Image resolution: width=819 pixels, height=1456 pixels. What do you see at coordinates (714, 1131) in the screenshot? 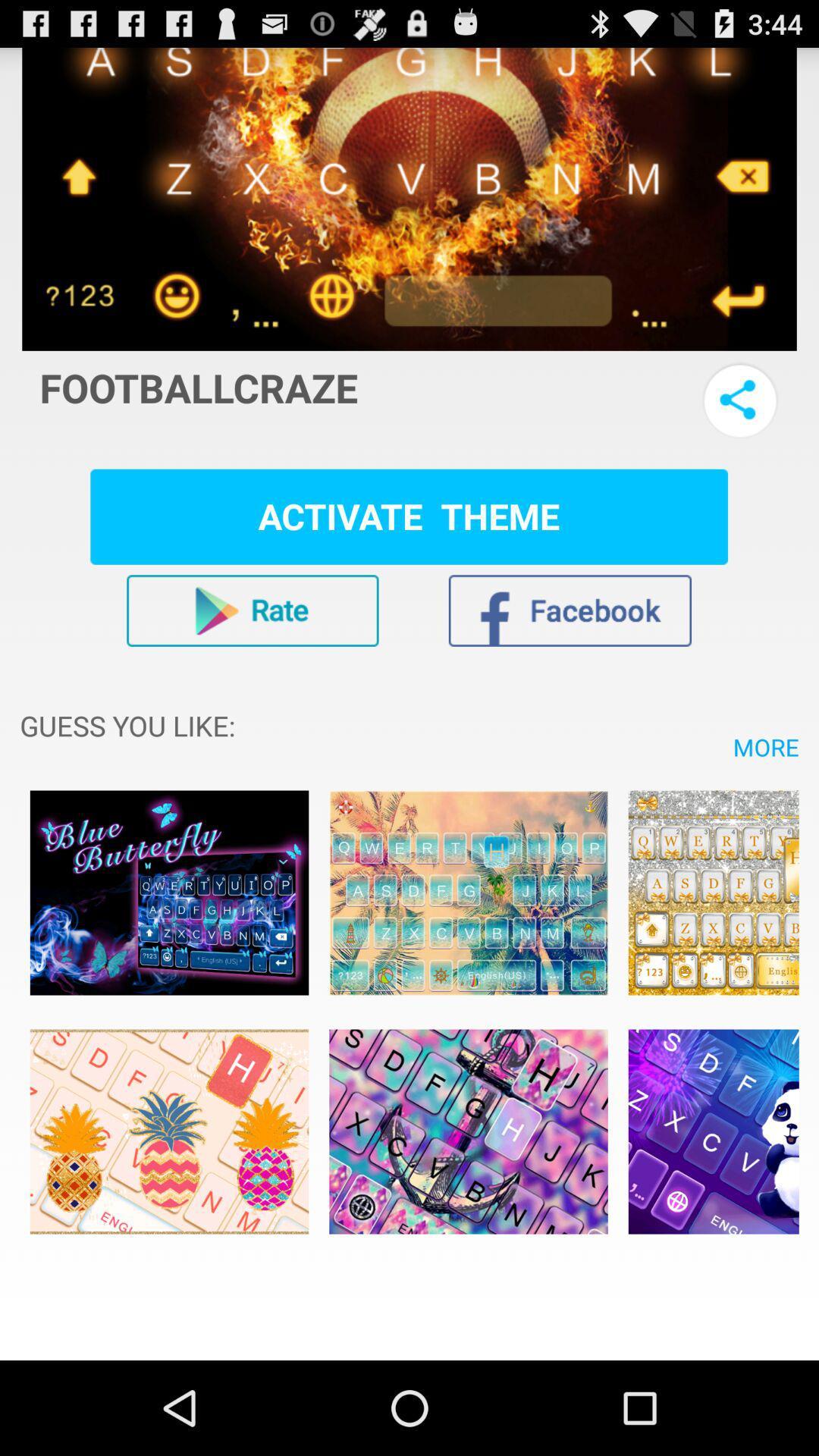
I see `change to a different theme` at bounding box center [714, 1131].